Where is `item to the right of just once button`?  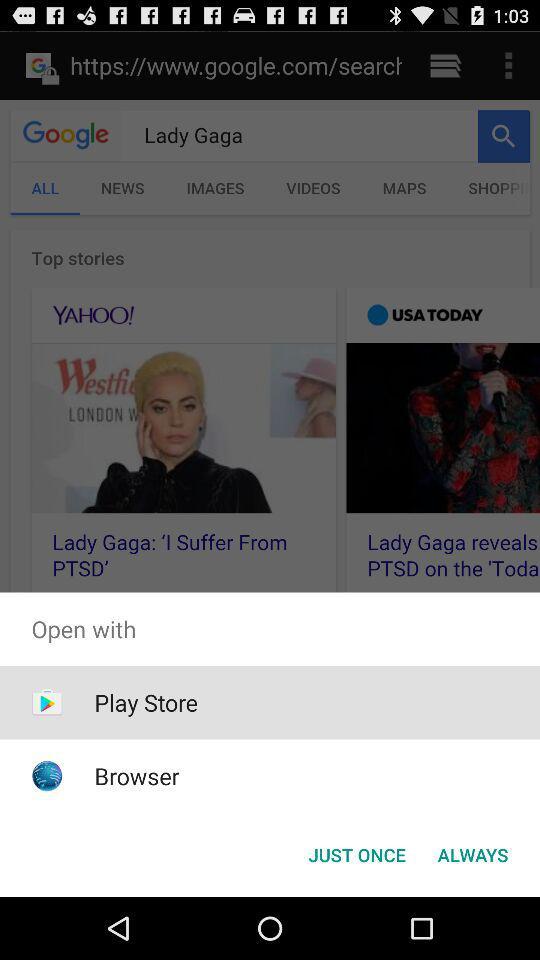
item to the right of just once button is located at coordinates (472, 853).